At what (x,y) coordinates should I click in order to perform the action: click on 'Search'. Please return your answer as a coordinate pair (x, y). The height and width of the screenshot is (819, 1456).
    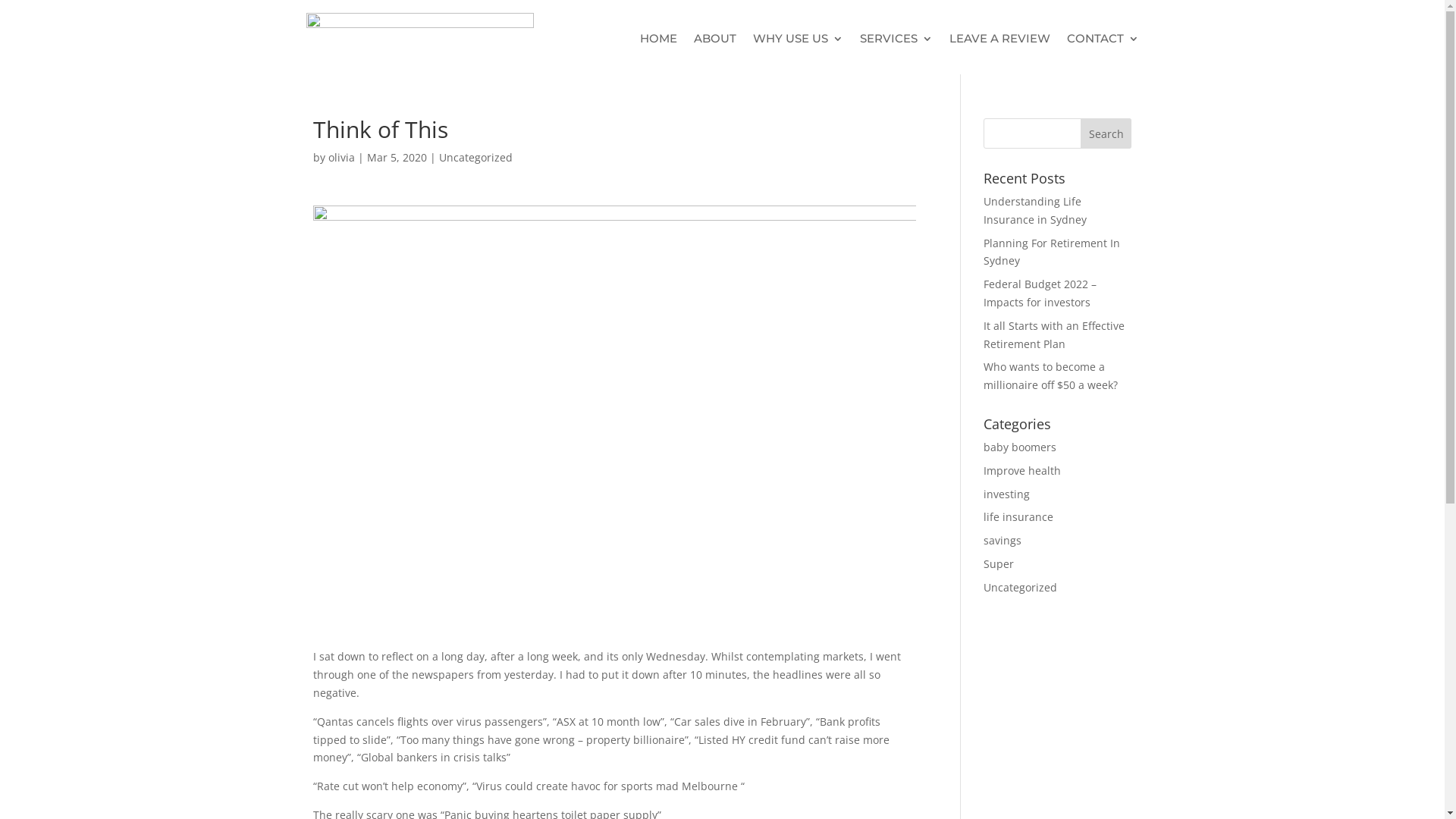
    Looking at the image, I should click on (1080, 133).